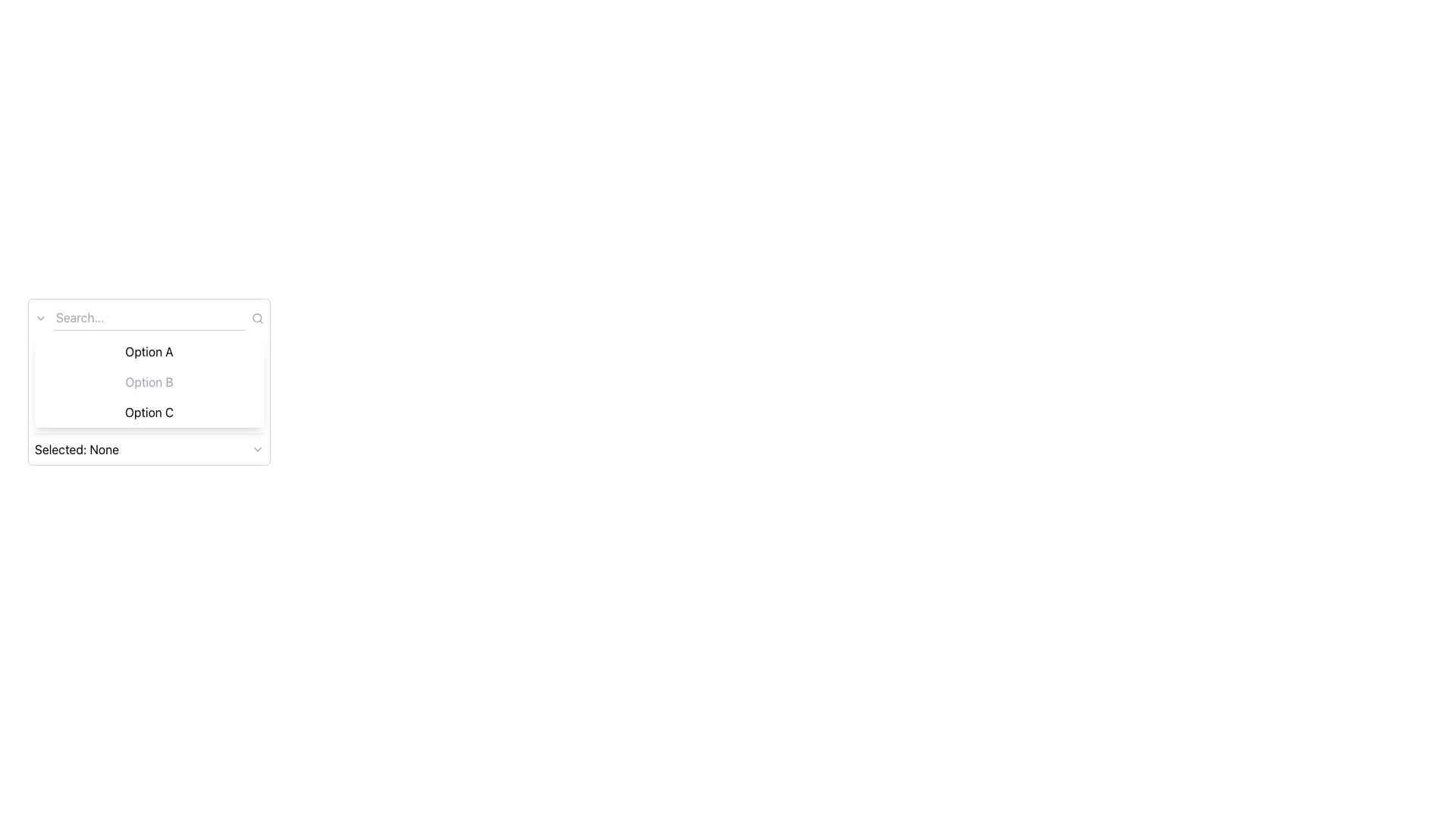 This screenshot has height=819, width=1456. I want to click on the search icon located at the rightmost side of the horizontal group of elements, so click(258, 317).